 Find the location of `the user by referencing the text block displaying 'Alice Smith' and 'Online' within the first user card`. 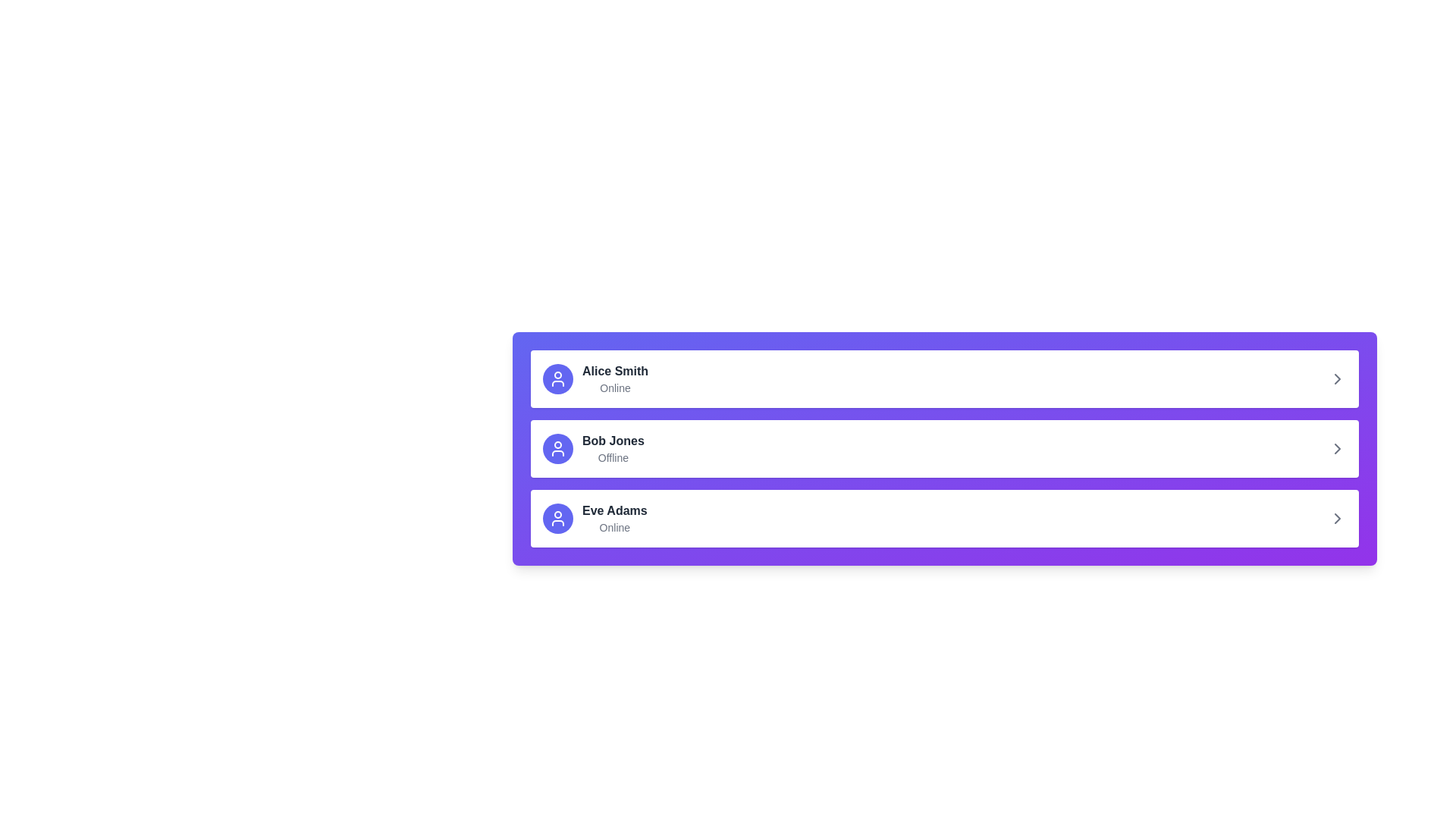

the user by referencing the text block displaying 'Alice Smith' and 'Online' within the first user card is located at coordinates (615, 378).